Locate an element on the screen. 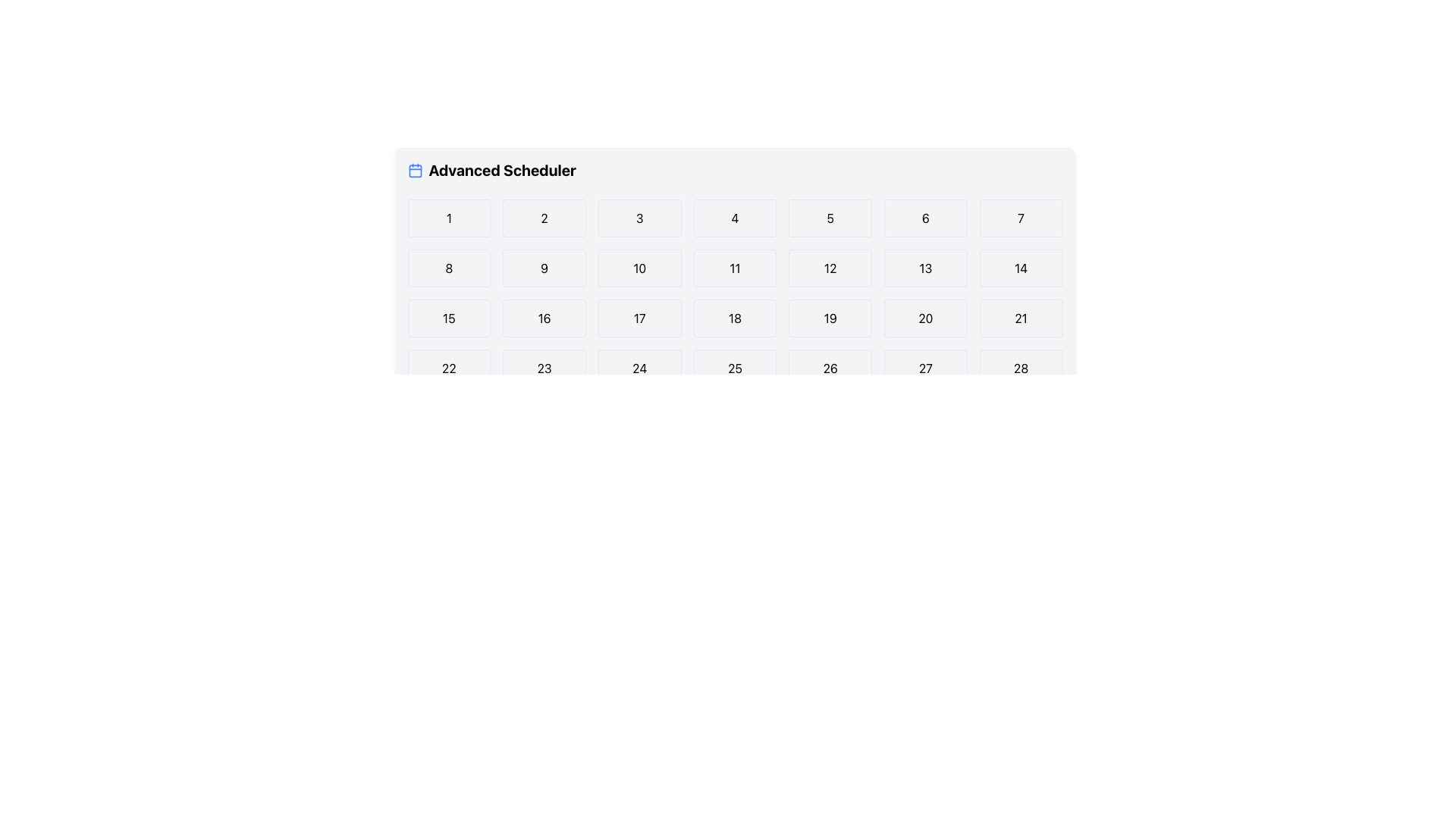 This screenshot has height=819, width=1456. the button with the number '16' in bold black text, located is located at coordinates (544, 318).